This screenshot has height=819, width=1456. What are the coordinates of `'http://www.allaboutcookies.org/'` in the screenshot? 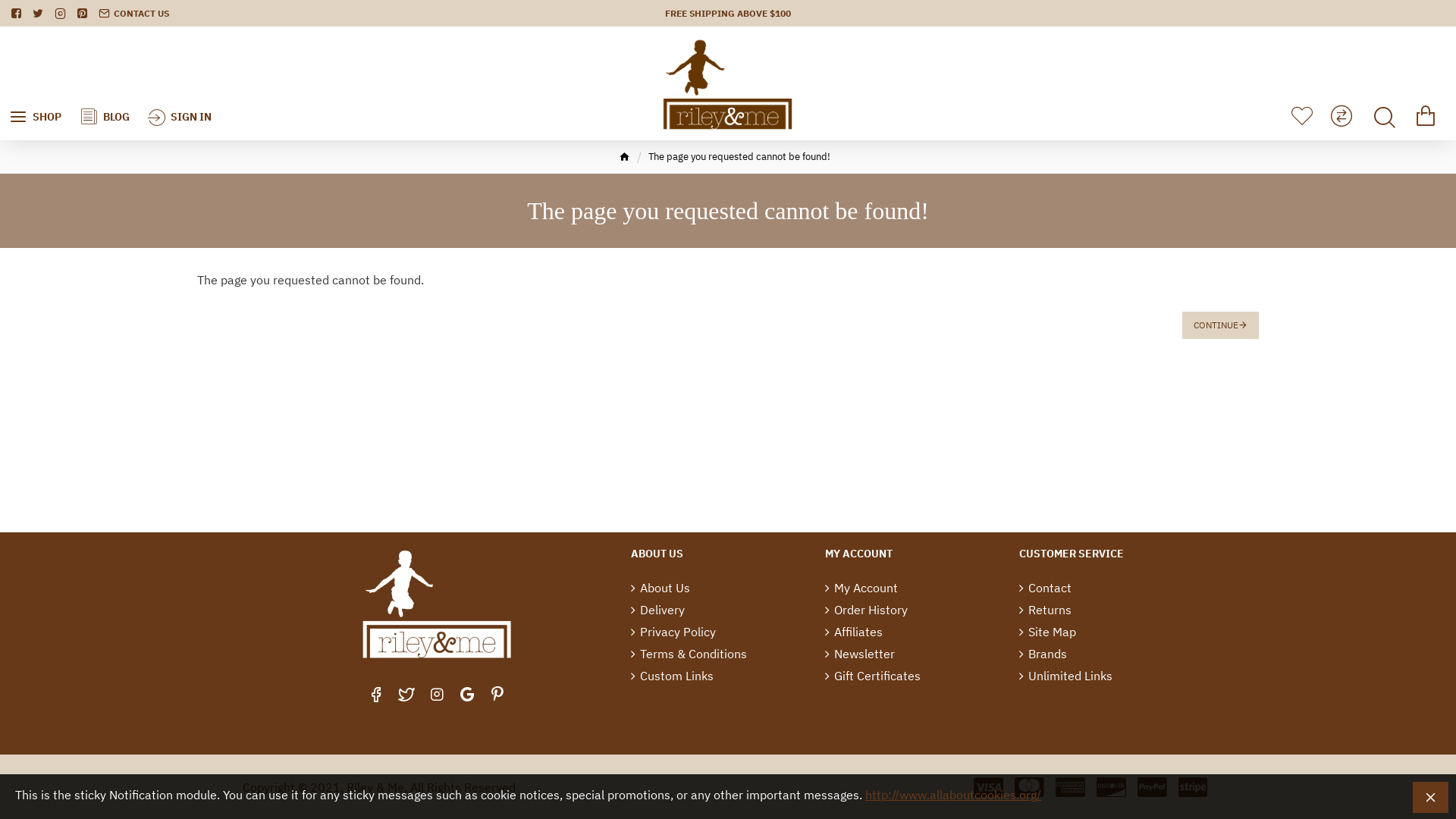 It's located at (952, 794).